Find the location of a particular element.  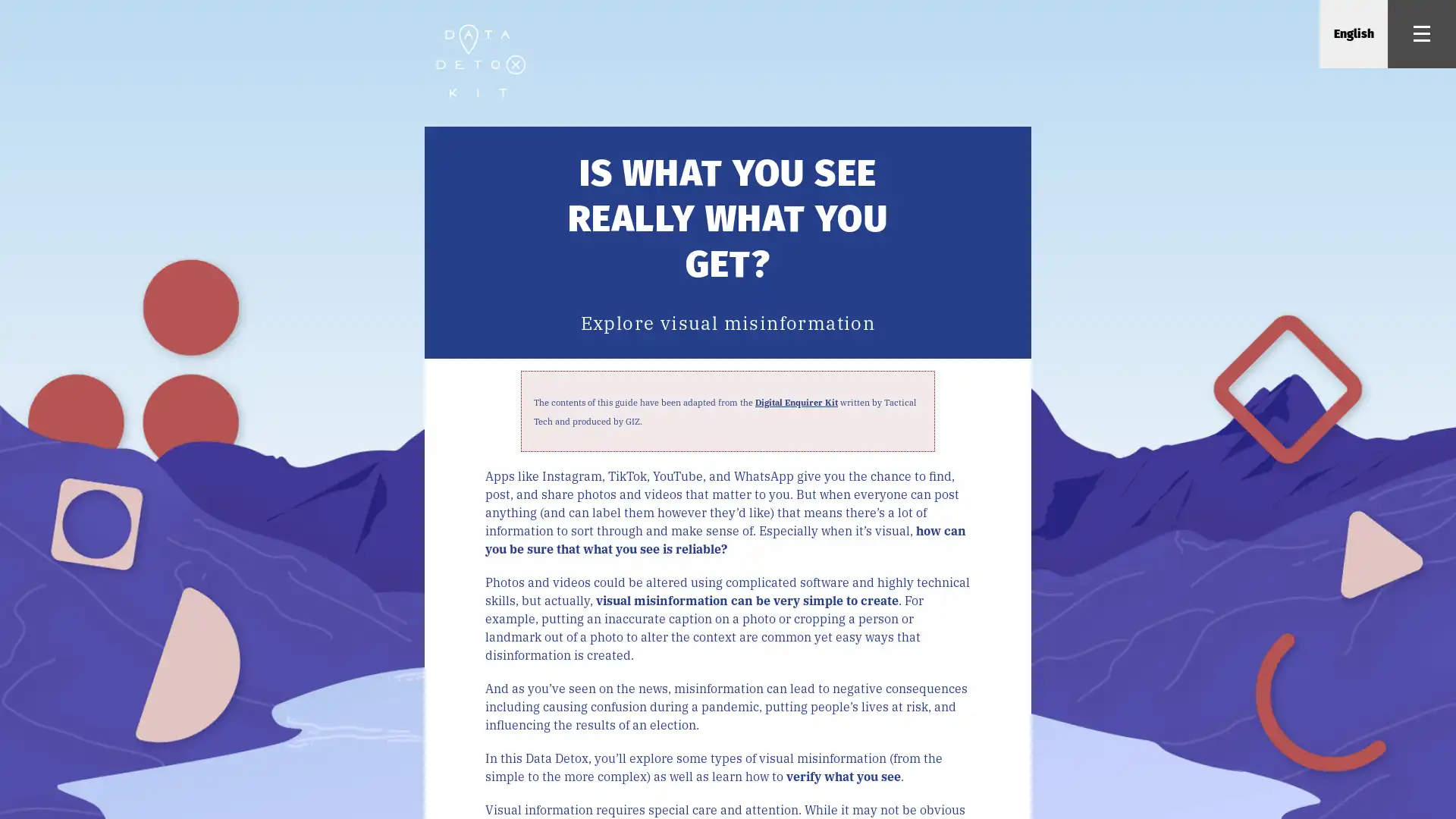

English is located at coordinates (1353, 34).